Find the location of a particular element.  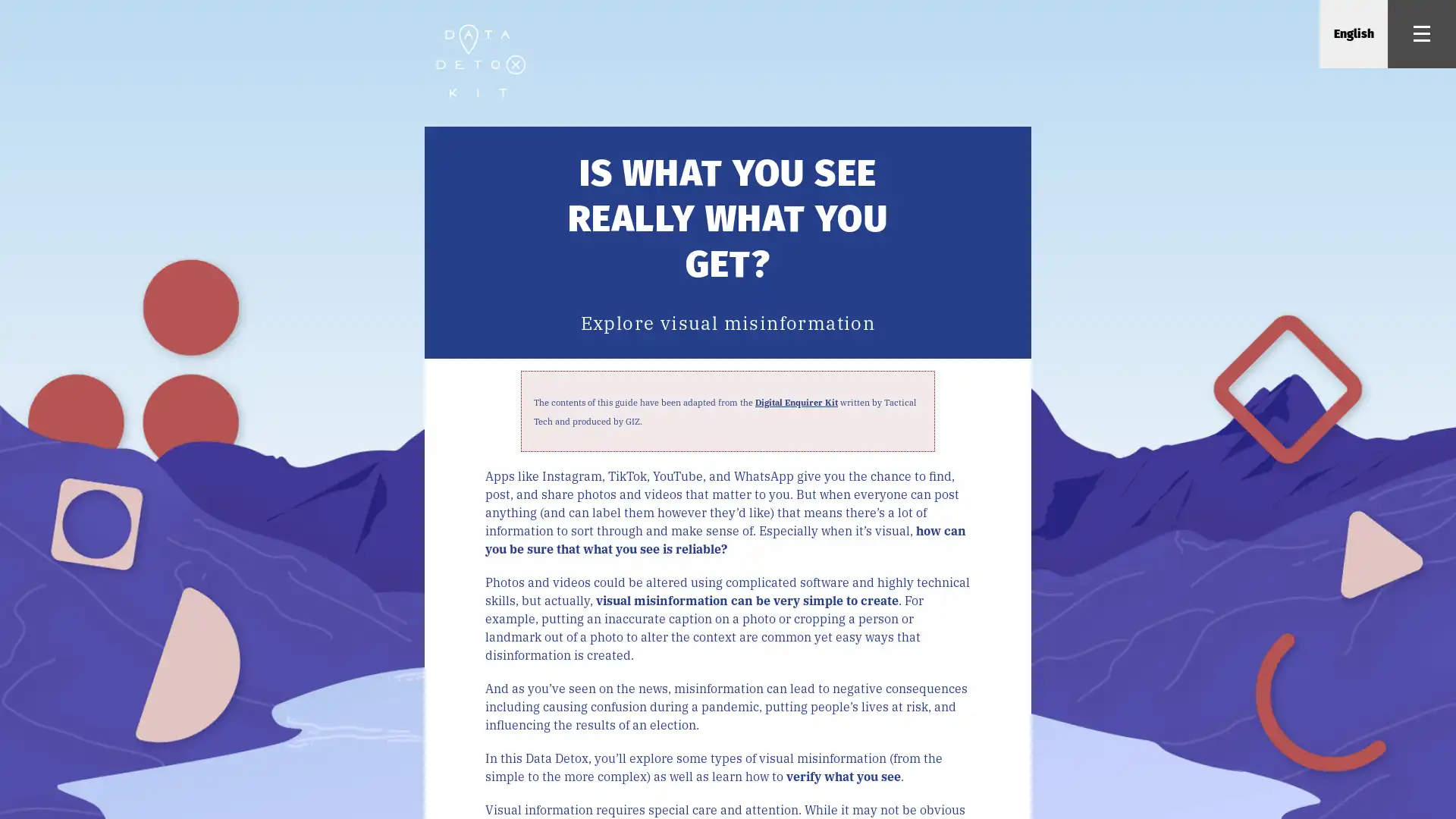

English is located at coordinates (1353, 34).